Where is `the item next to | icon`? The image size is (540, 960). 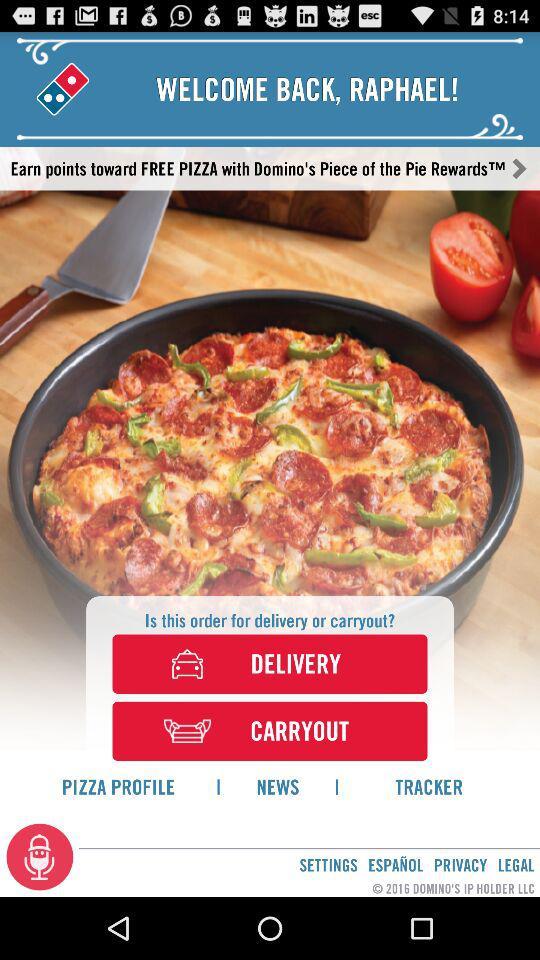 the item next to | icon is located at coordinates (276, 786).